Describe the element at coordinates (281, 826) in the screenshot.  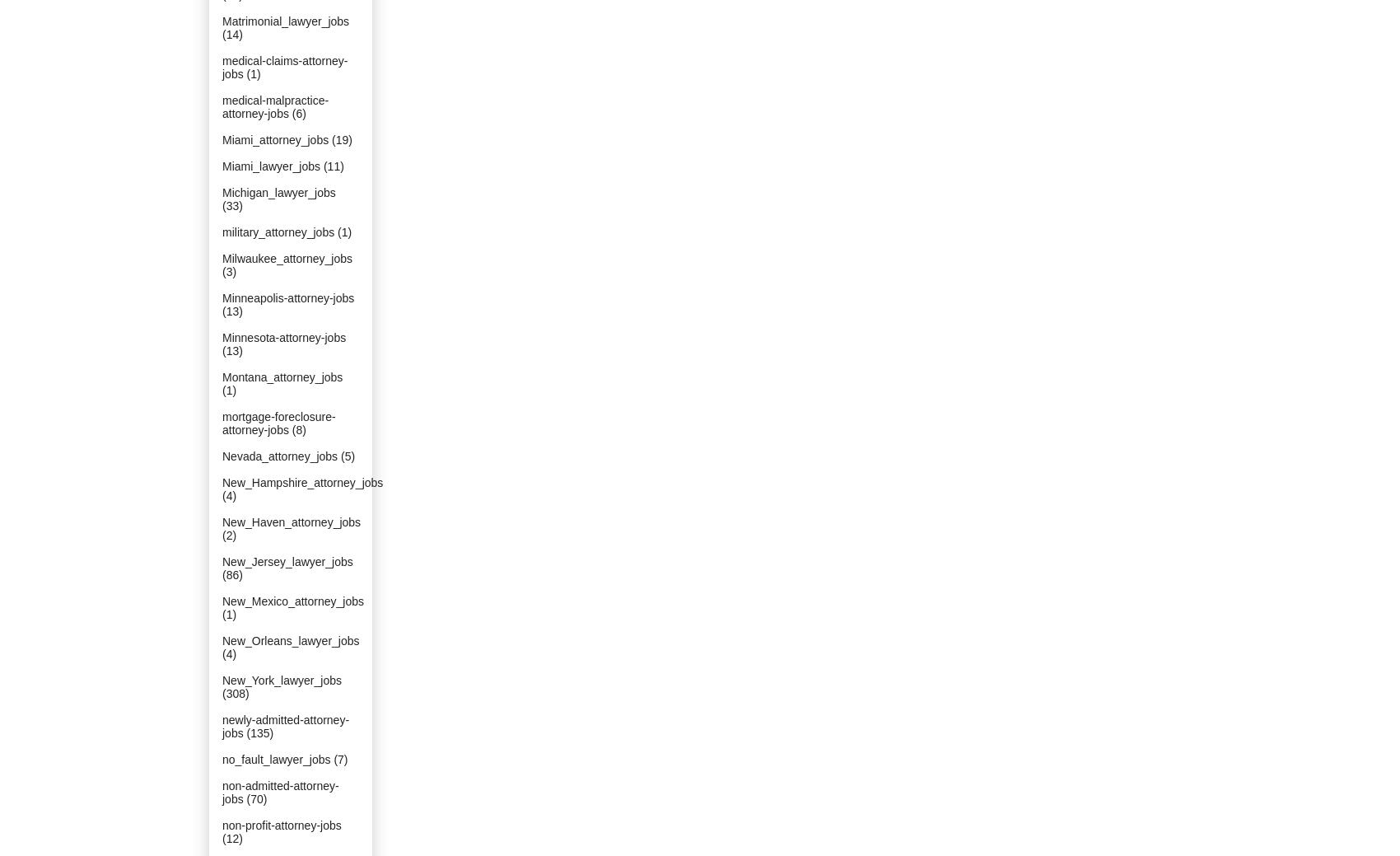
I see `'non-profit-attorney-jobs'` at that location.